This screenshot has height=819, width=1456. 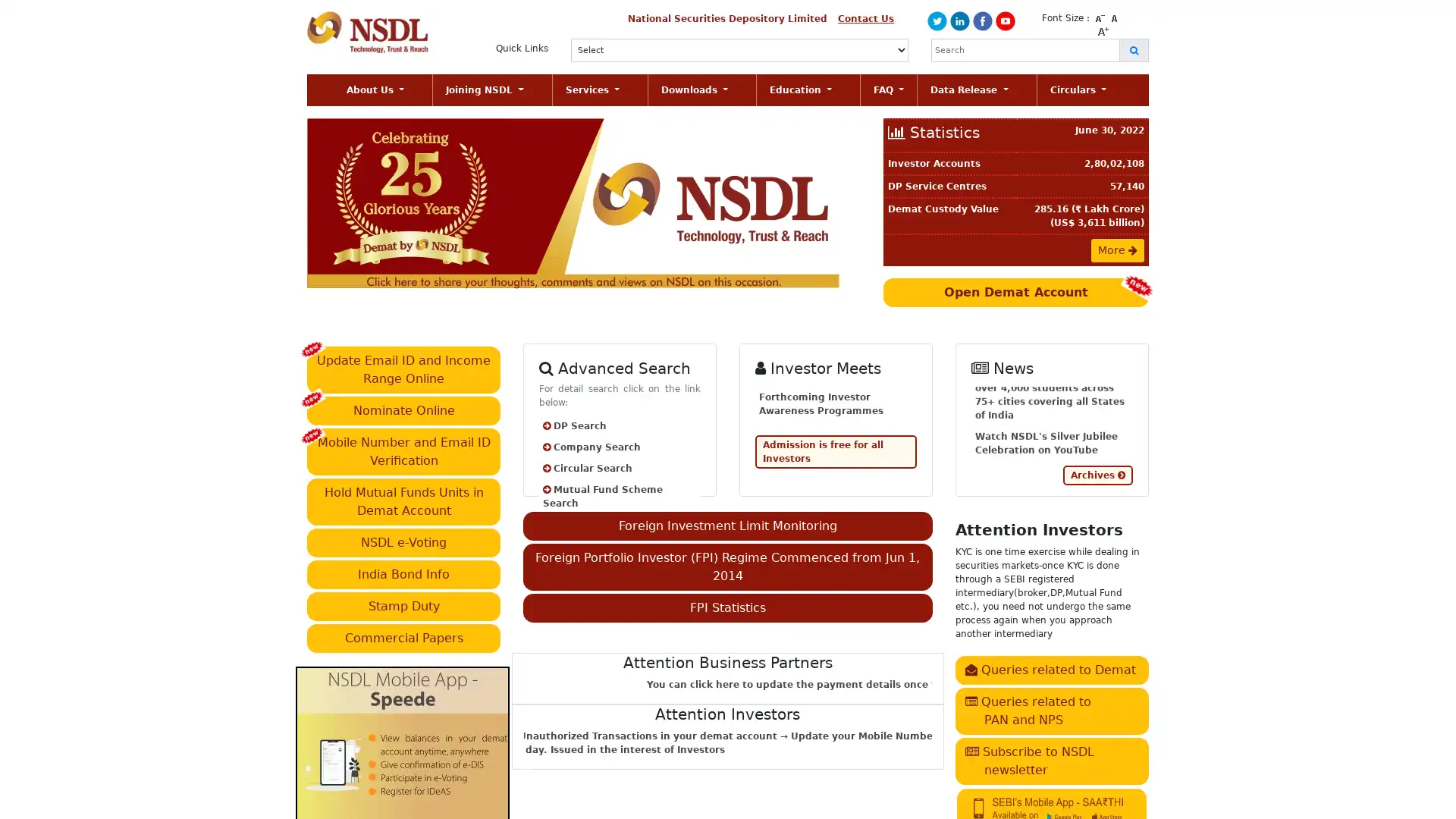 I want to click on Mobile Number and Email ID Verification, so click(x=403, y=450).